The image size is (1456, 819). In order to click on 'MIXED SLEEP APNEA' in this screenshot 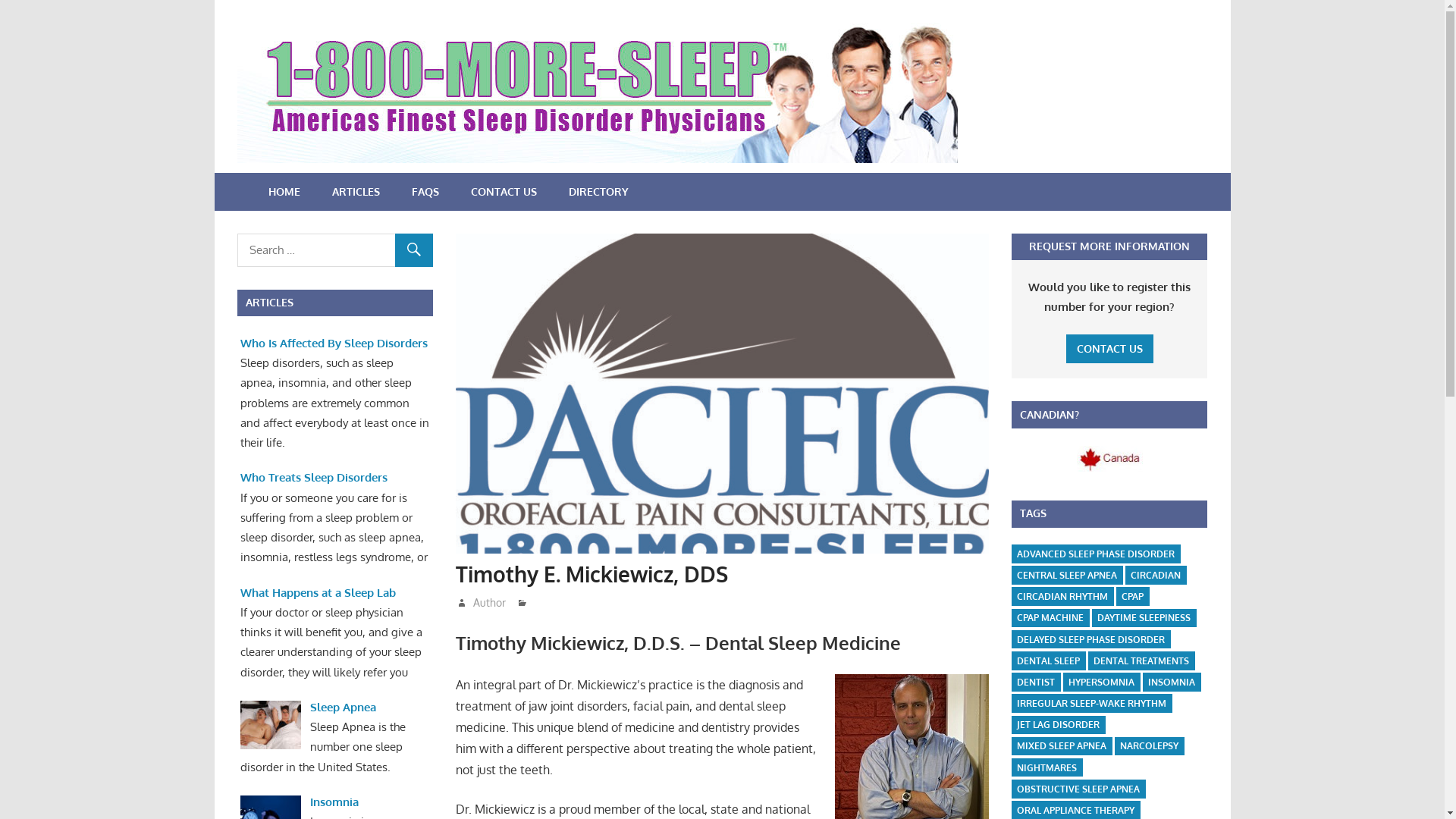, I will do `click(1061, 745)`.